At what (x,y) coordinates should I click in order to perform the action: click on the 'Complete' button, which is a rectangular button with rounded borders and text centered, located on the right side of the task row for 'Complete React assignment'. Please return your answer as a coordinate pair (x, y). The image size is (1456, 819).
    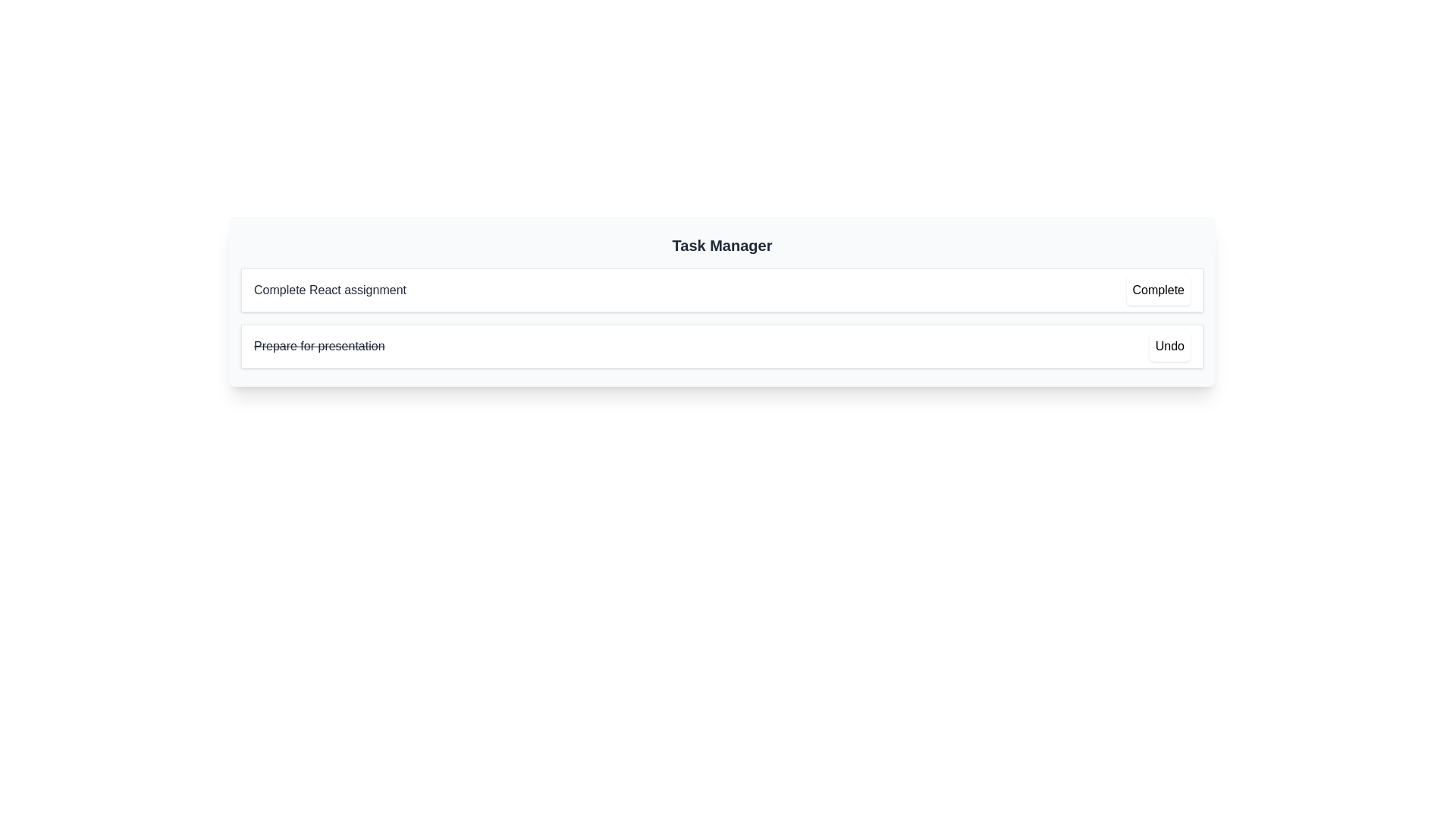
    Looking at the image, I should click on (1157, 290).